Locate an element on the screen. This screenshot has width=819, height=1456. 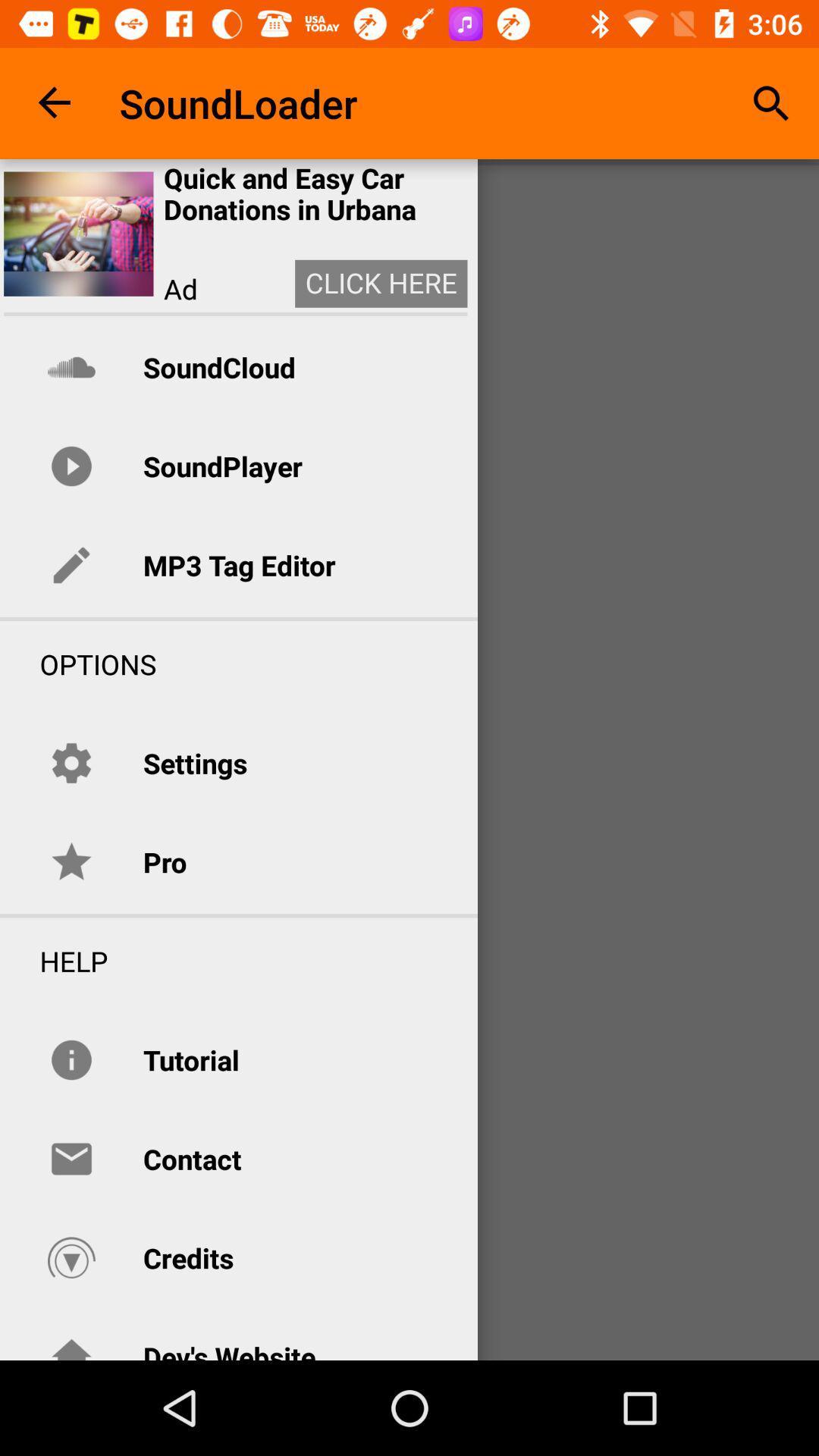
item below the soundplayer item is located at coordinates (239, 564).